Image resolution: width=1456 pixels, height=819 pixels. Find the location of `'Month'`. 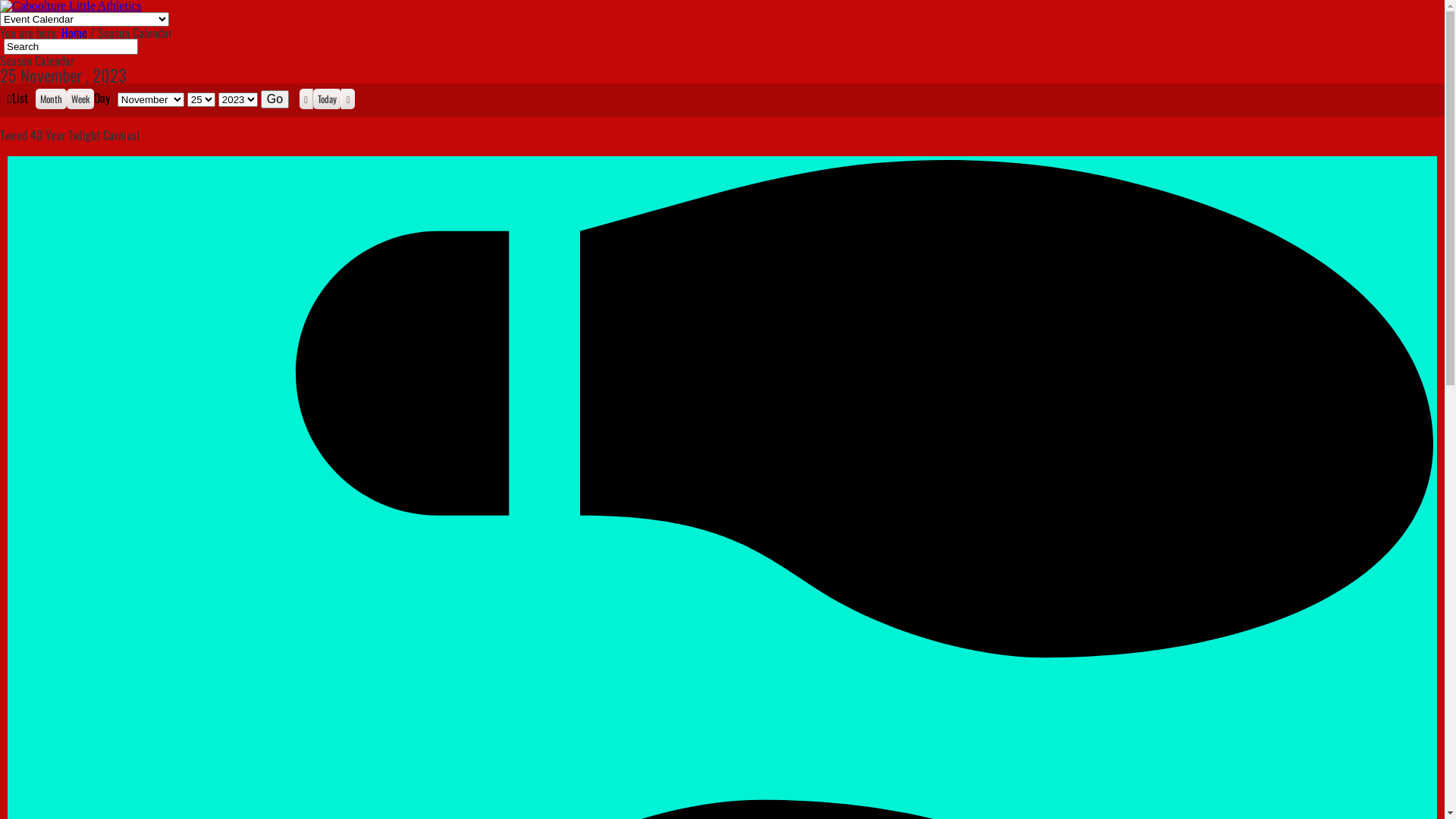

'Month' is located at coordinates (51, 99).